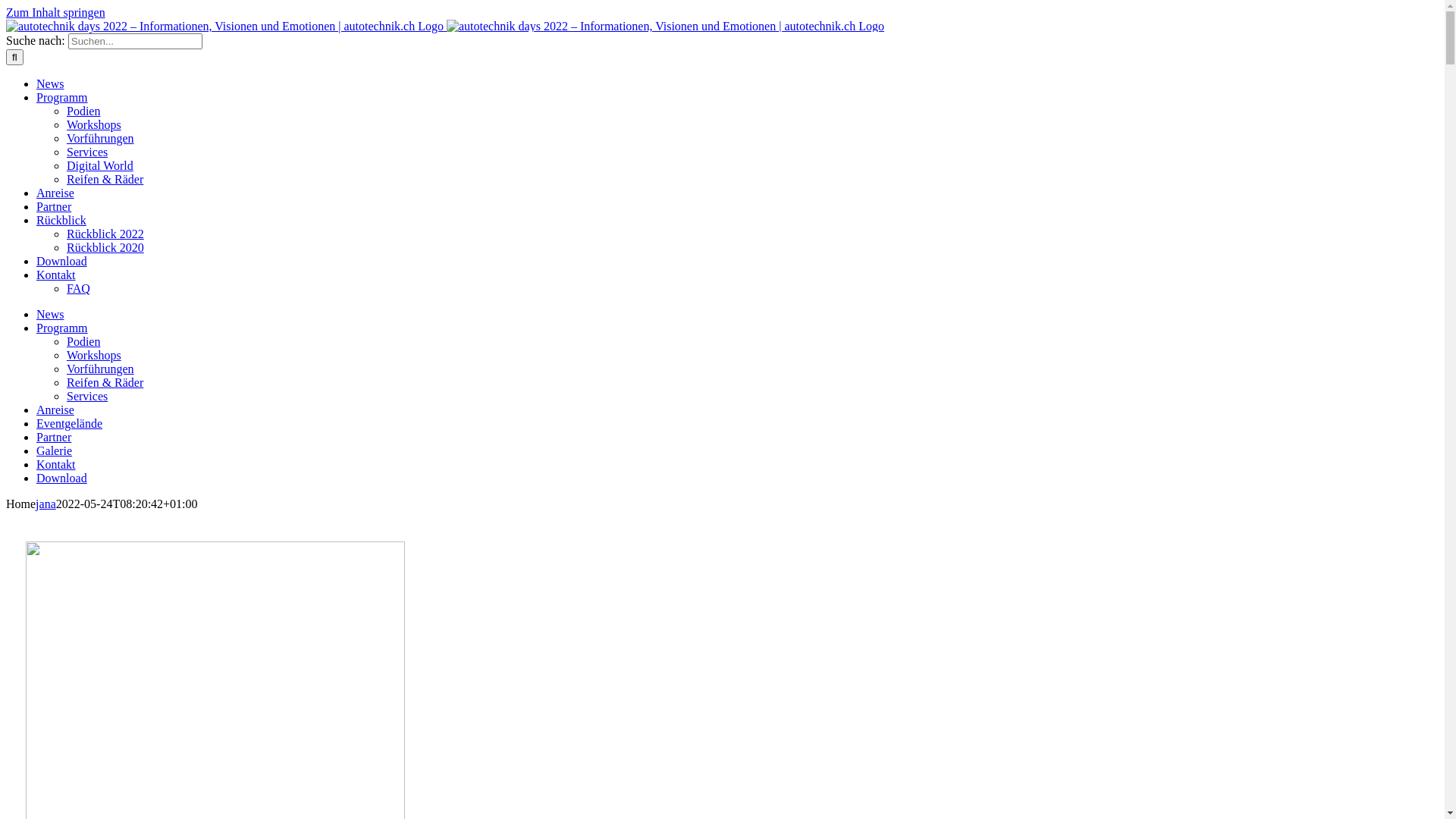  Describe the element at coordinates (55, 409) in the screenshot. I see `'Anreise'` at that location.